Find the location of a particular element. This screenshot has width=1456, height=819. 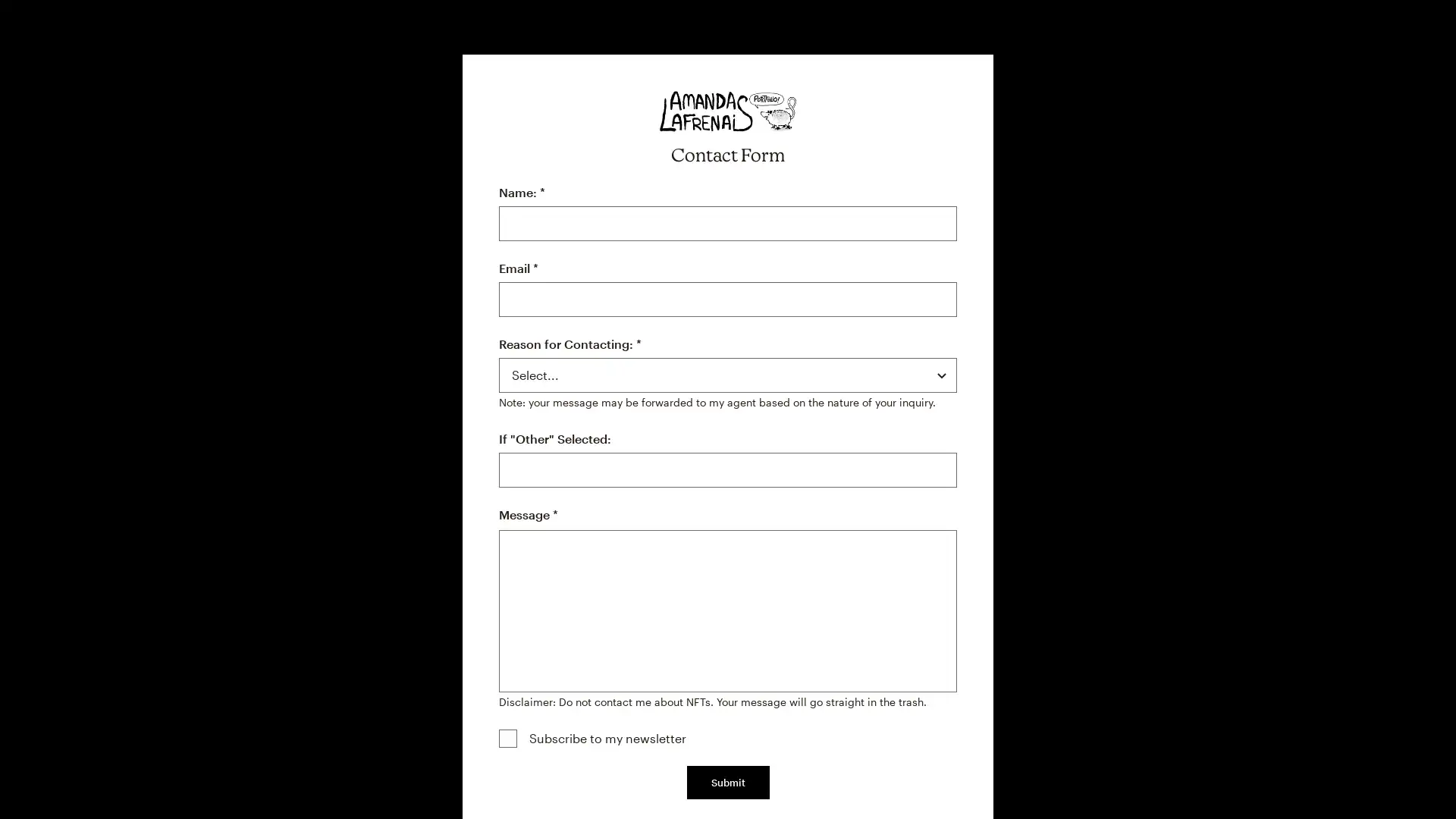

Submit is located at coordinates (726, 781).